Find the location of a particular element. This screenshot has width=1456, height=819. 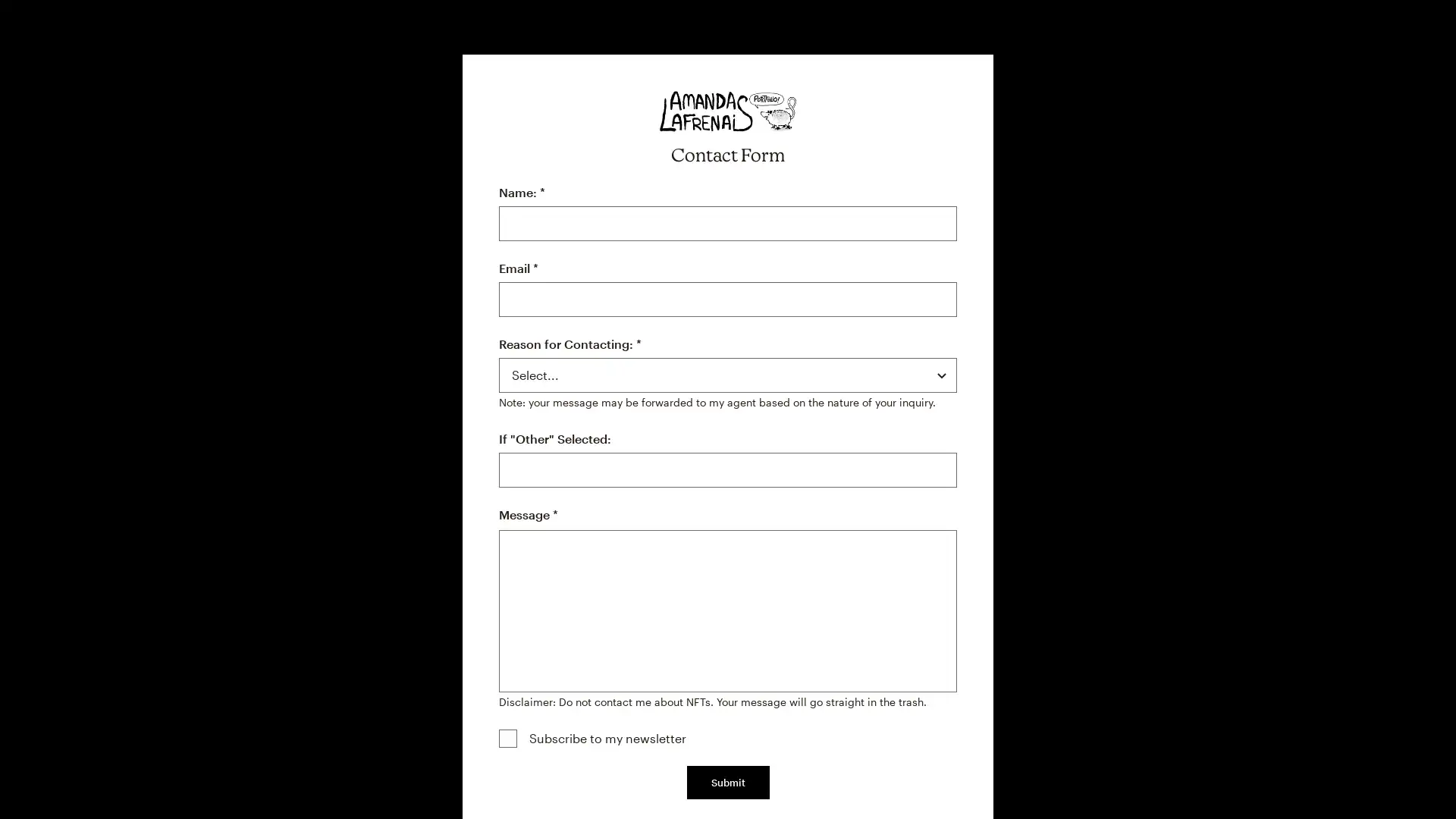

Submit is located at coordinates (726, 781).